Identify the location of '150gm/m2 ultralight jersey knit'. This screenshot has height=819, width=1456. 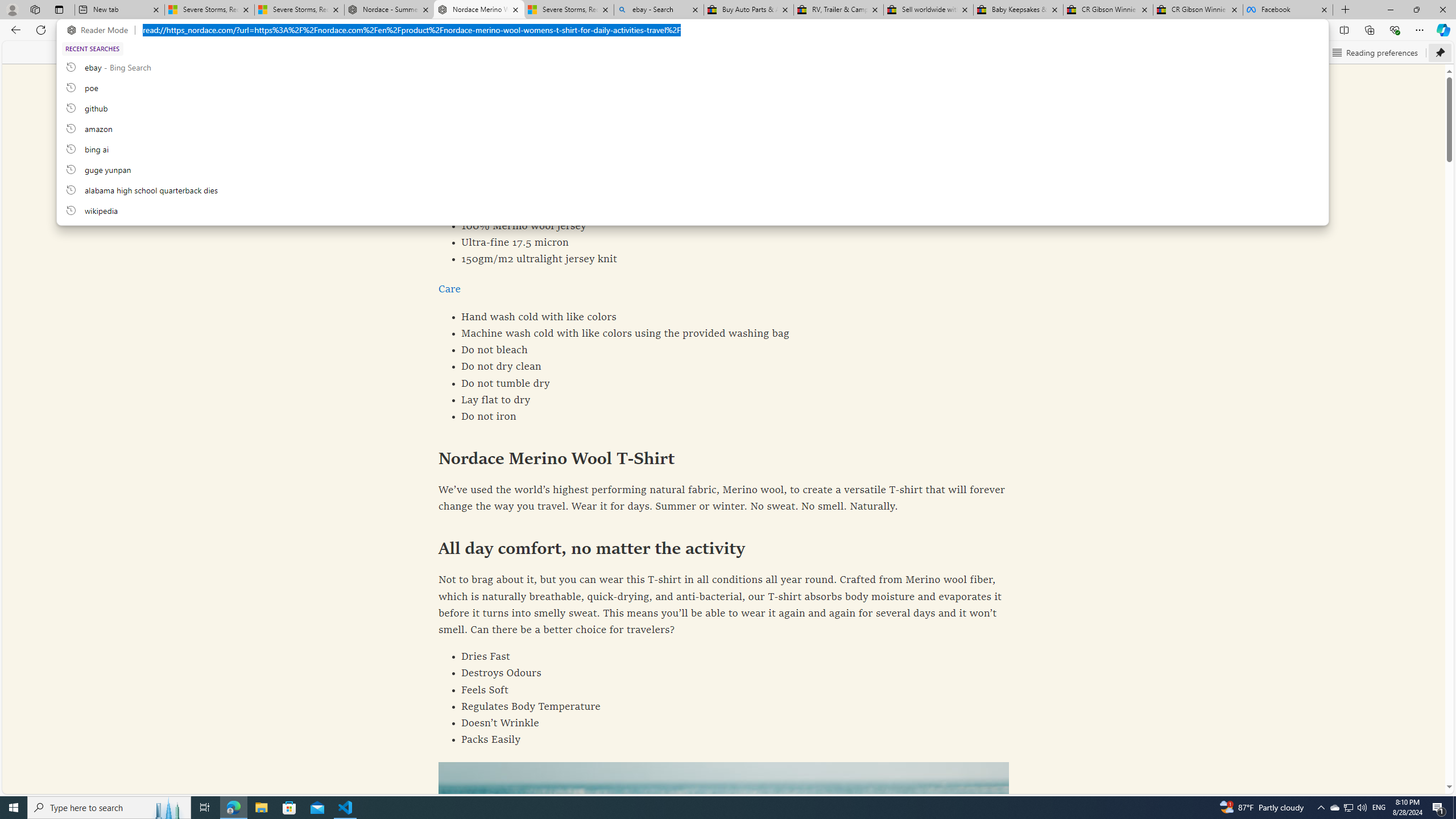
(723, 259).